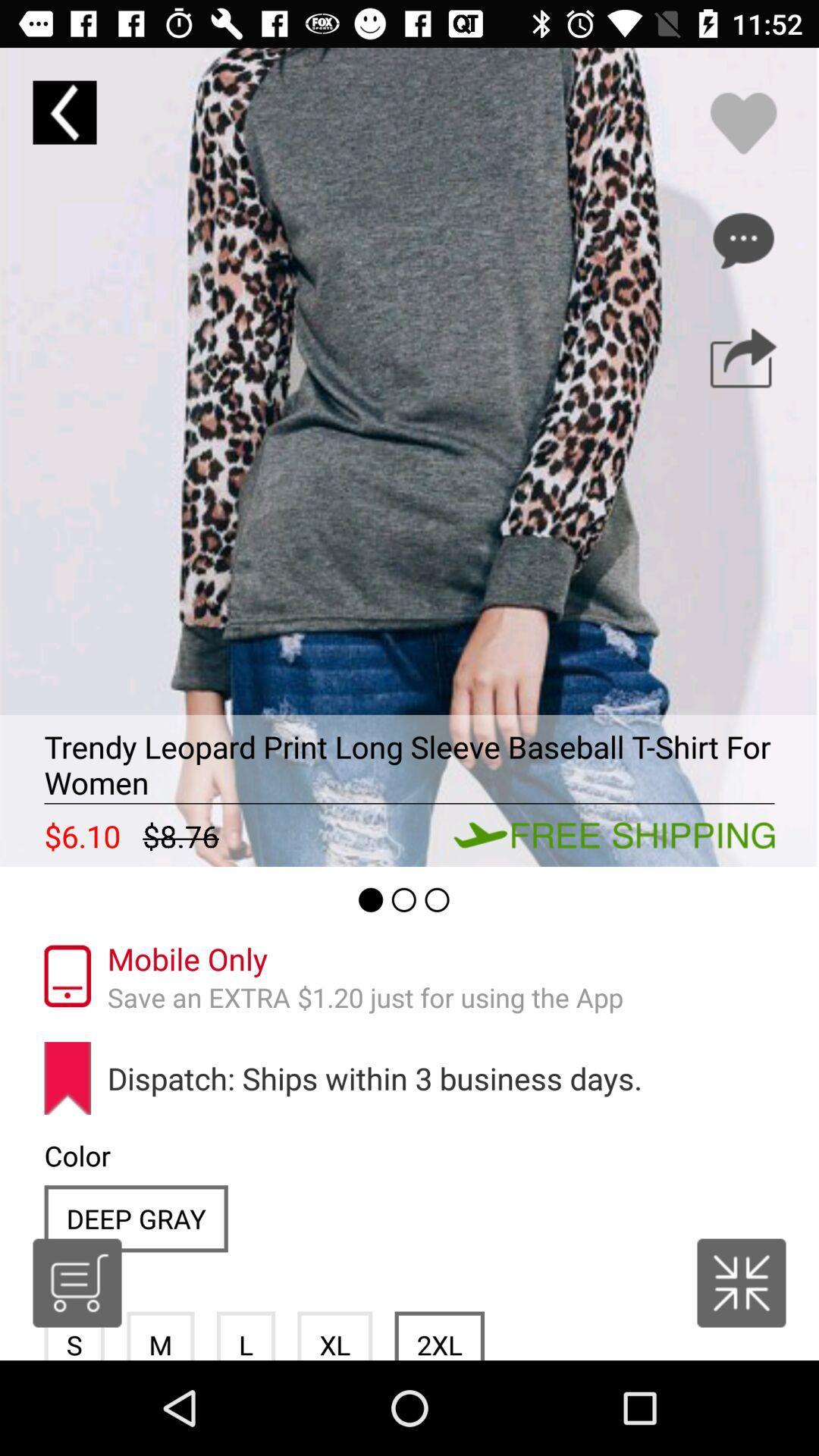 This screenshot has width=819, height=1456. I want to click on share the product, so click(742, 357).